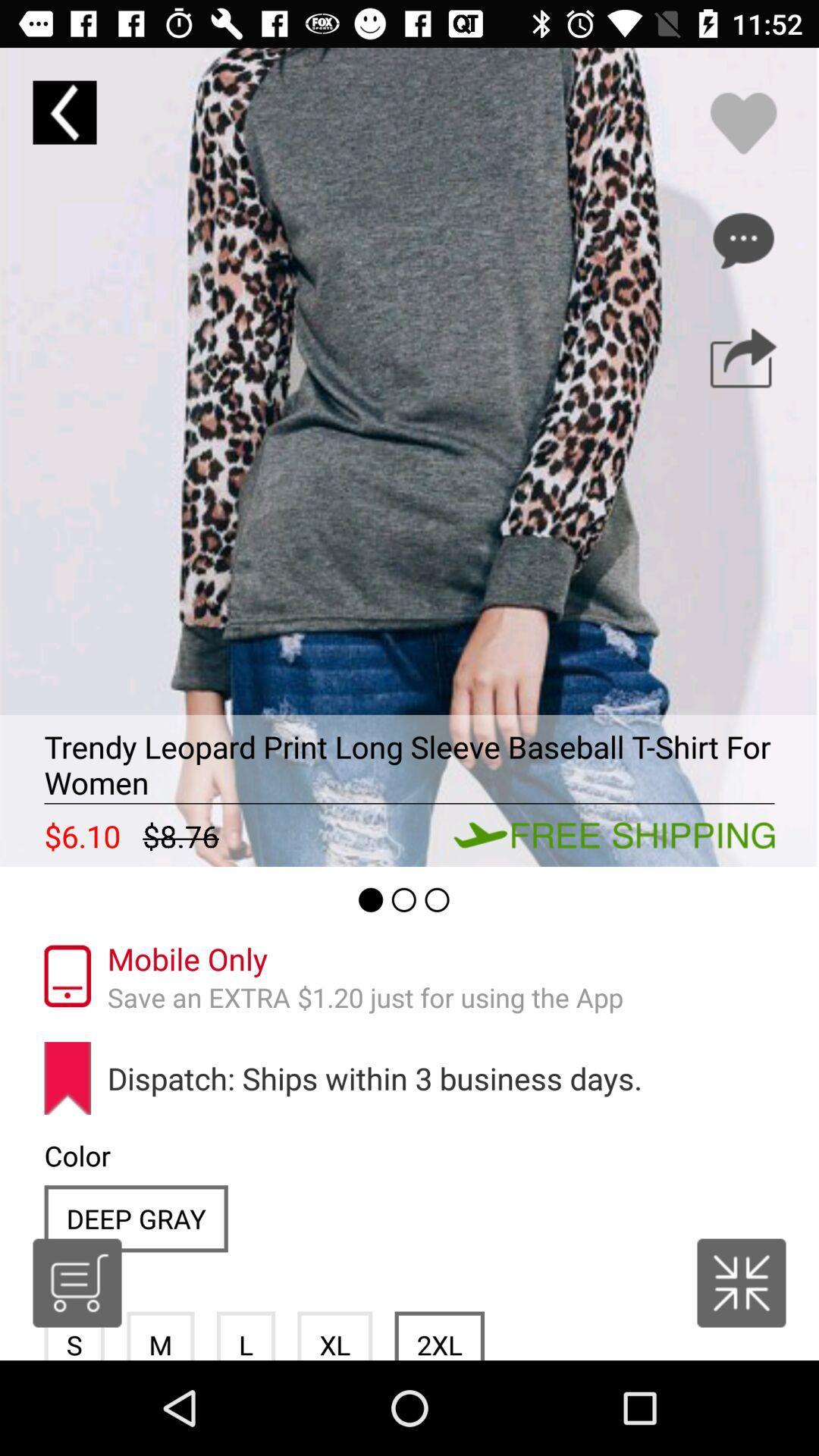 This screenshot has width=819, height=1456. I want to click on share the product, so click(742, 357).